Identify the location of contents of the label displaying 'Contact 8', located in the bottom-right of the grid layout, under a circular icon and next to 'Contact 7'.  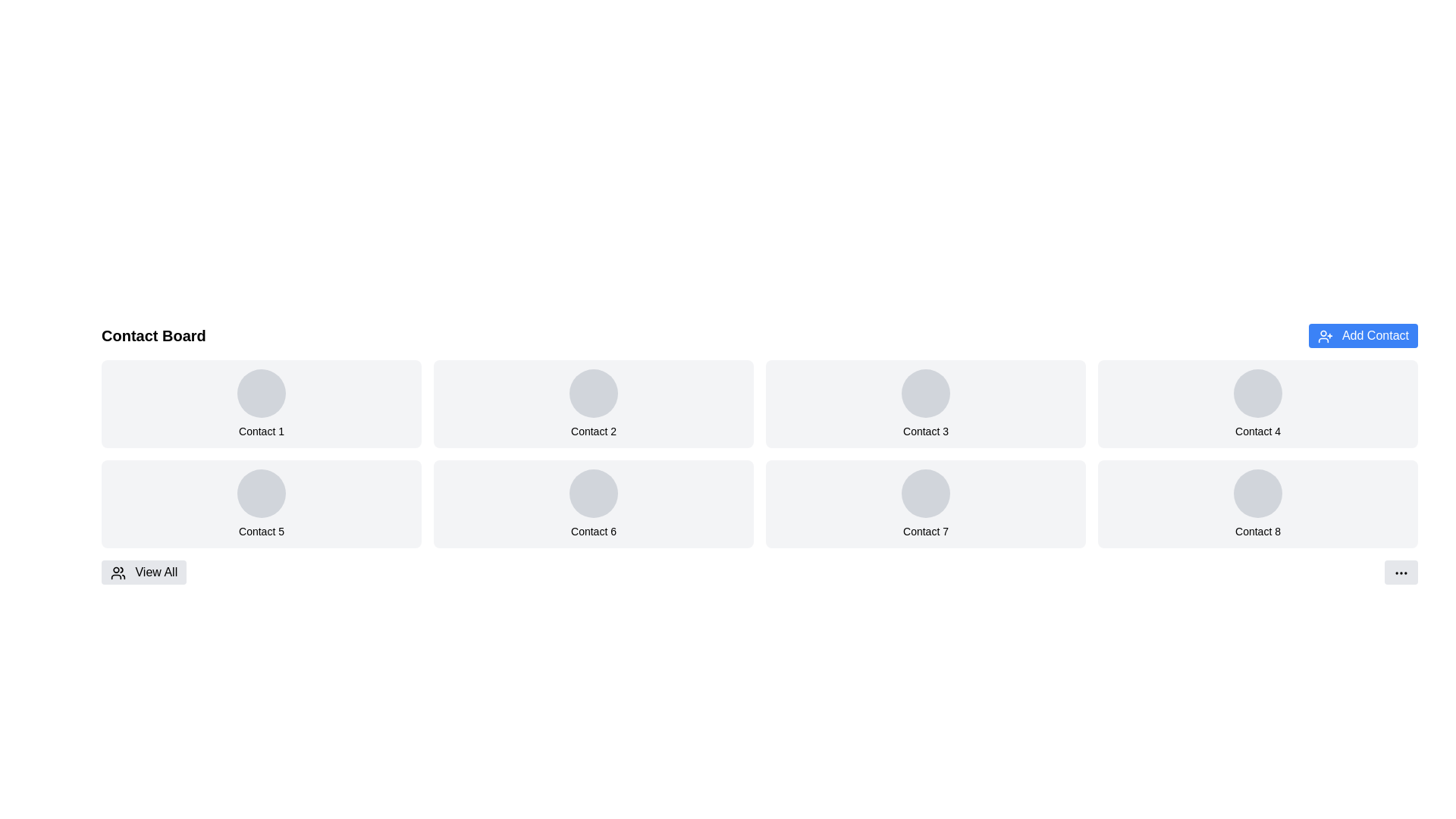
(1258, 531).